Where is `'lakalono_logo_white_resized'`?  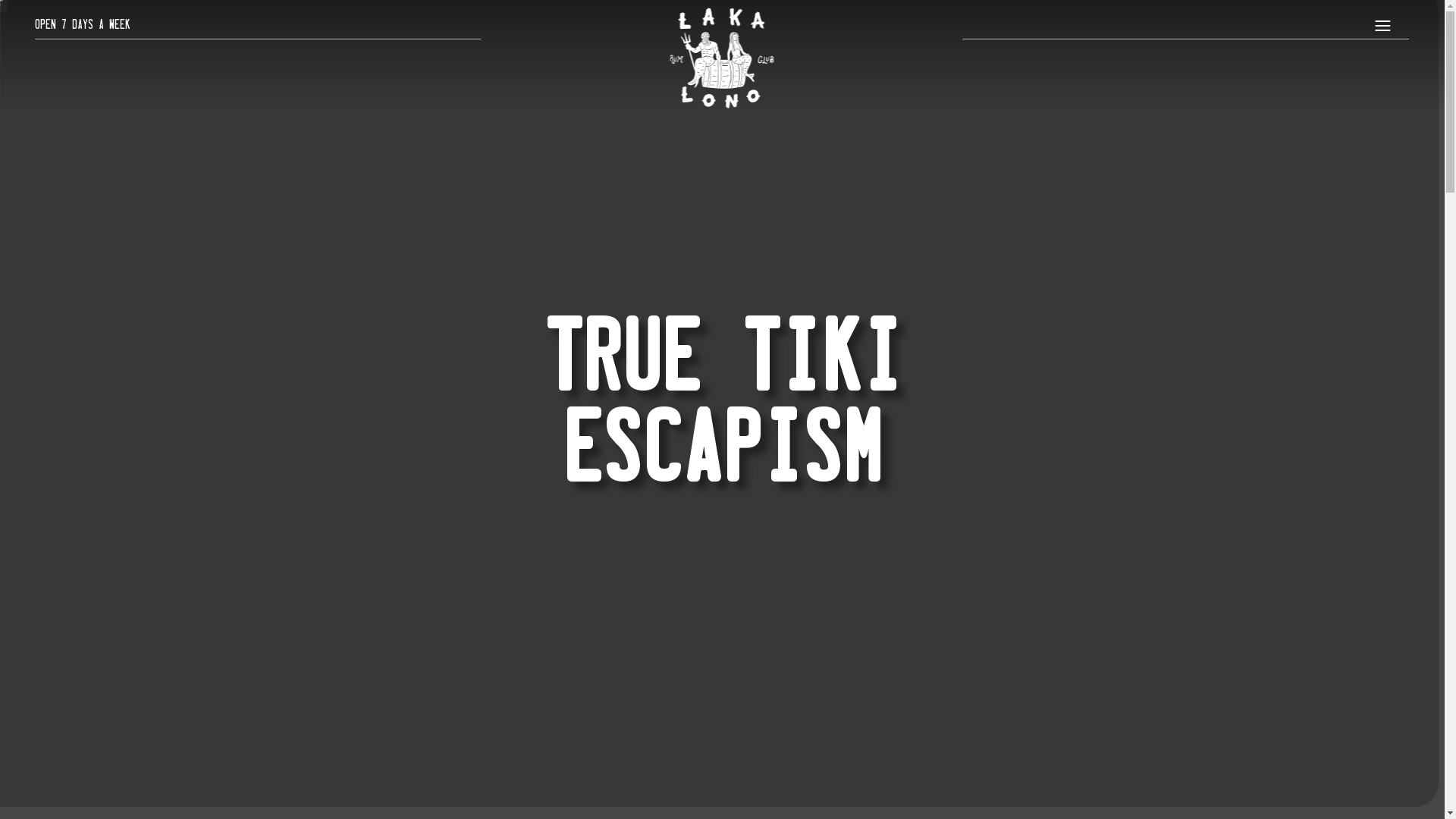
'lakalono_logo_white_resized' is located at coordinates (721, 57).